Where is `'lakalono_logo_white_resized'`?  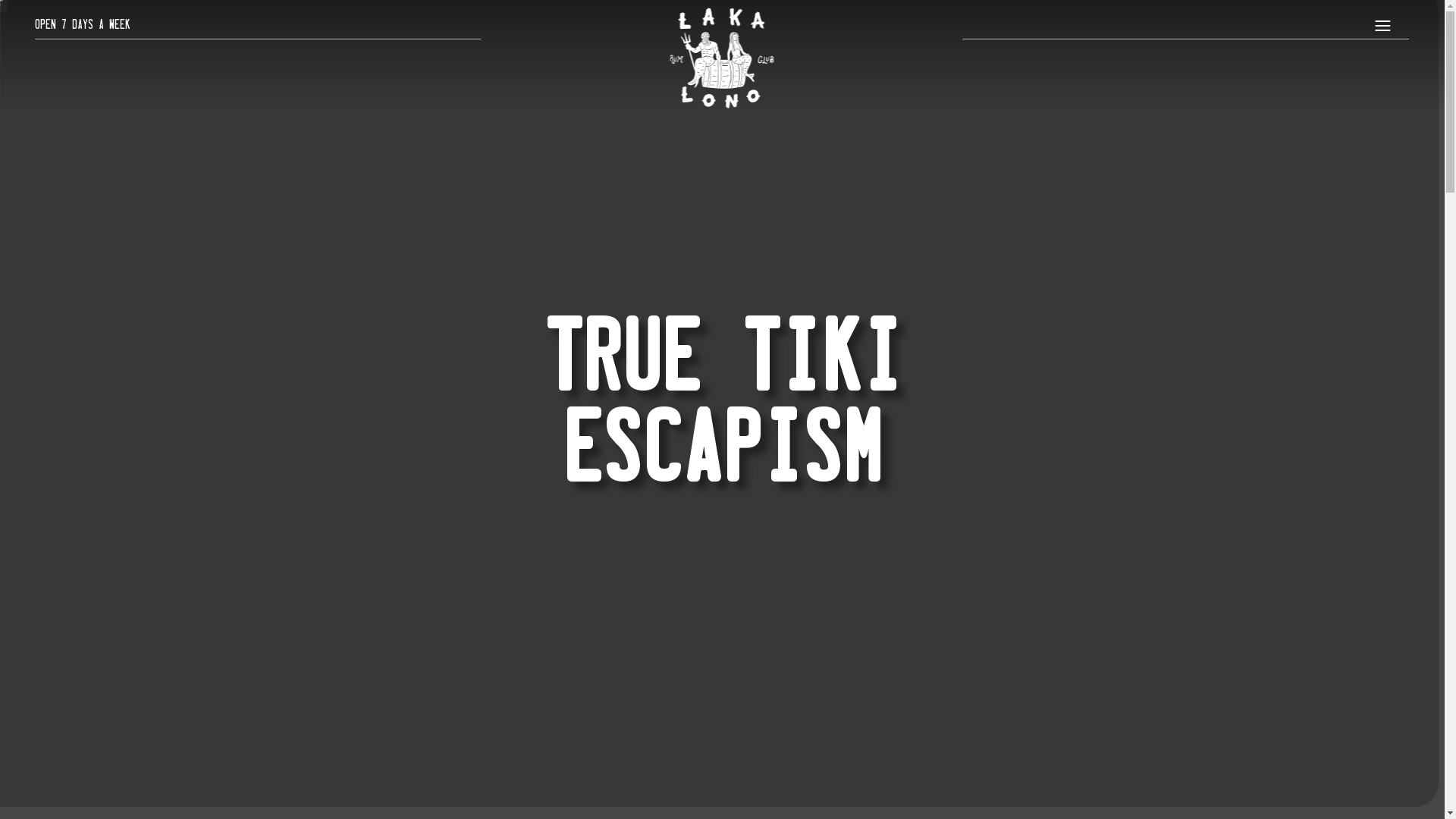
'lakalono_logo_white_resized' is located at coordinates (721, 57).